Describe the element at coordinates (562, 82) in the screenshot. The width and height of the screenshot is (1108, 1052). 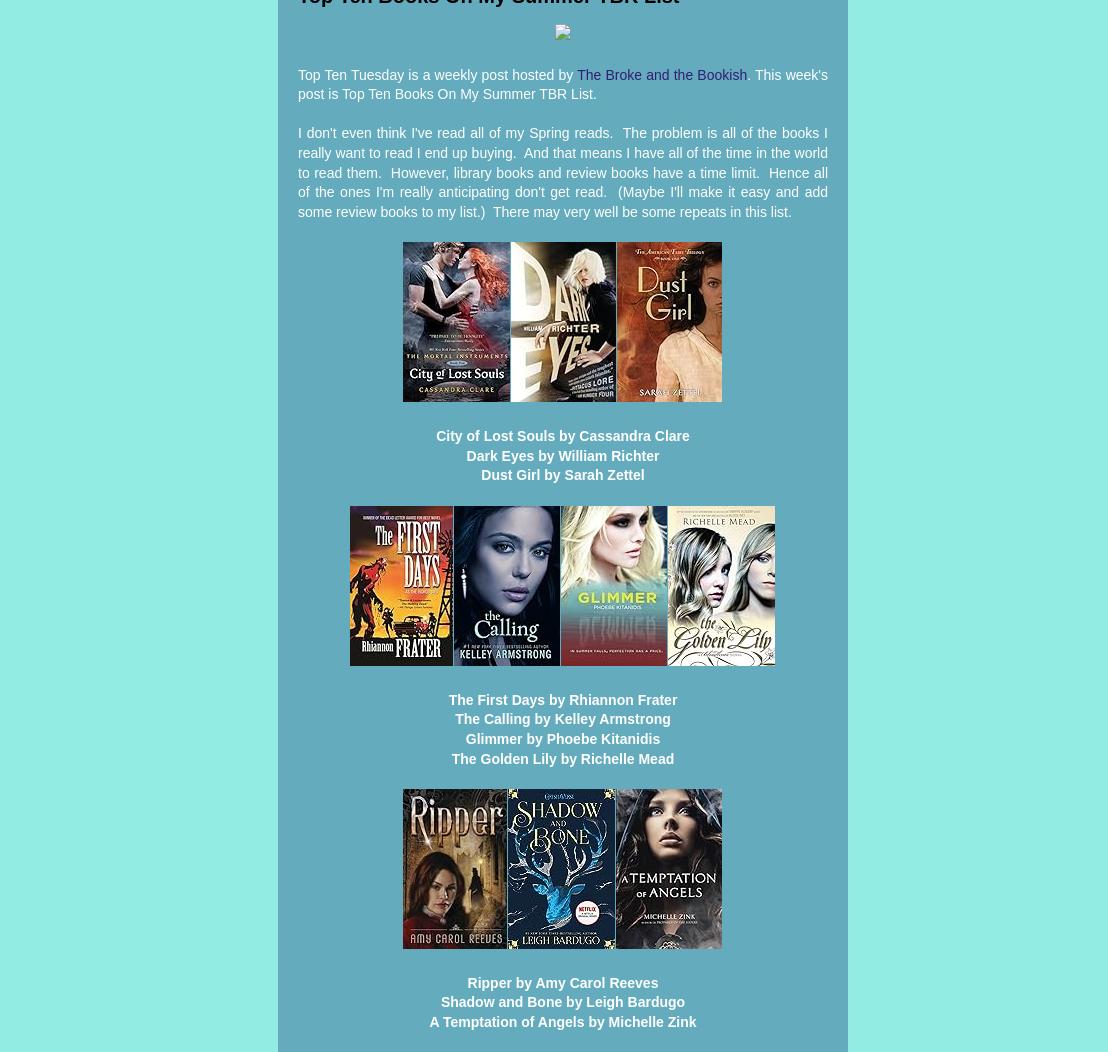
I see `'. This week's post is Top Ten Books On My Summer TBR List.'` at that location.